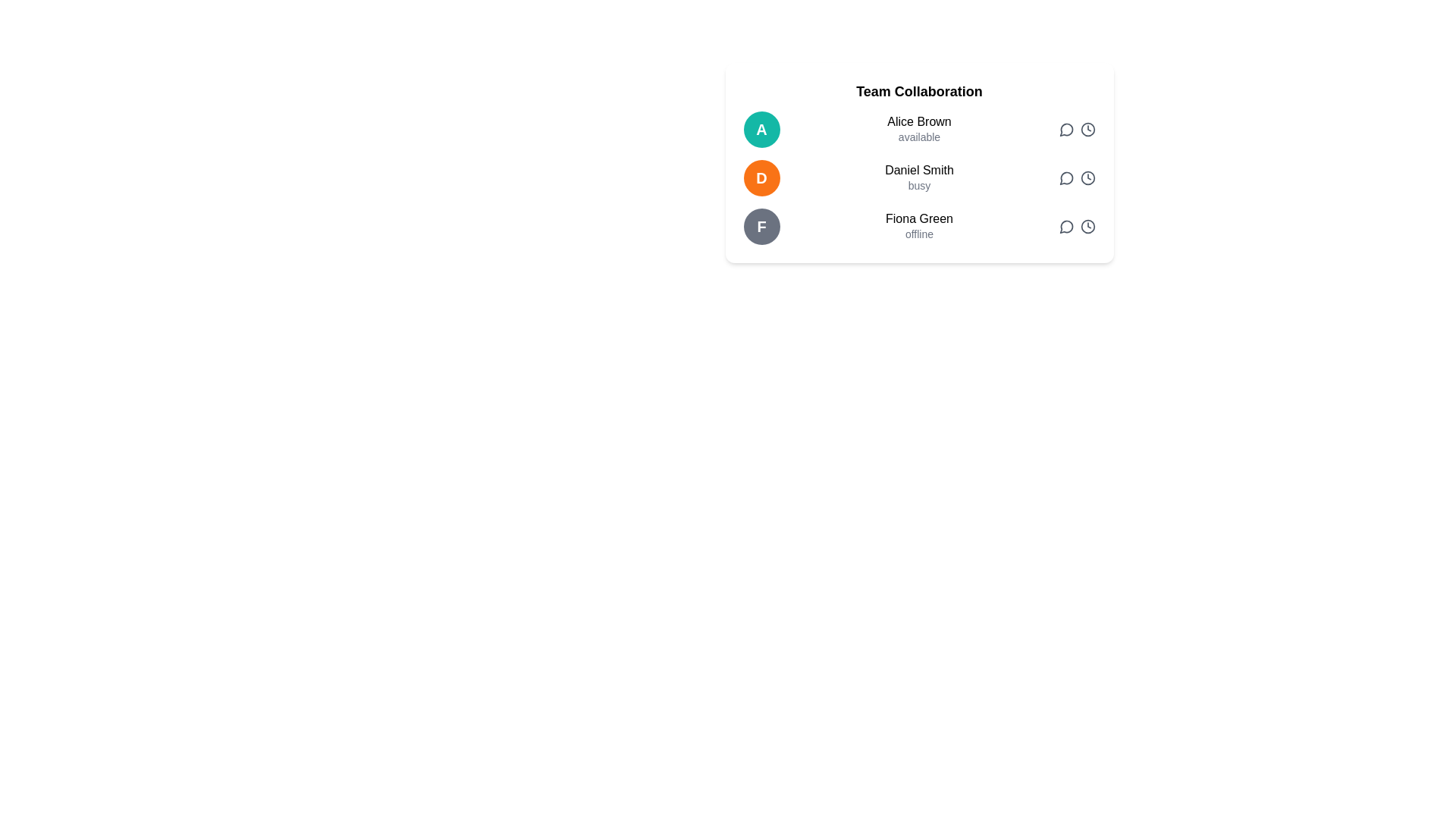 The width and height of the screenshot is (1456, 819). I want to click on the Text Label that serves as the title or header for the card, located at the top of the white card interface with rounded corners, so click(918, 91).